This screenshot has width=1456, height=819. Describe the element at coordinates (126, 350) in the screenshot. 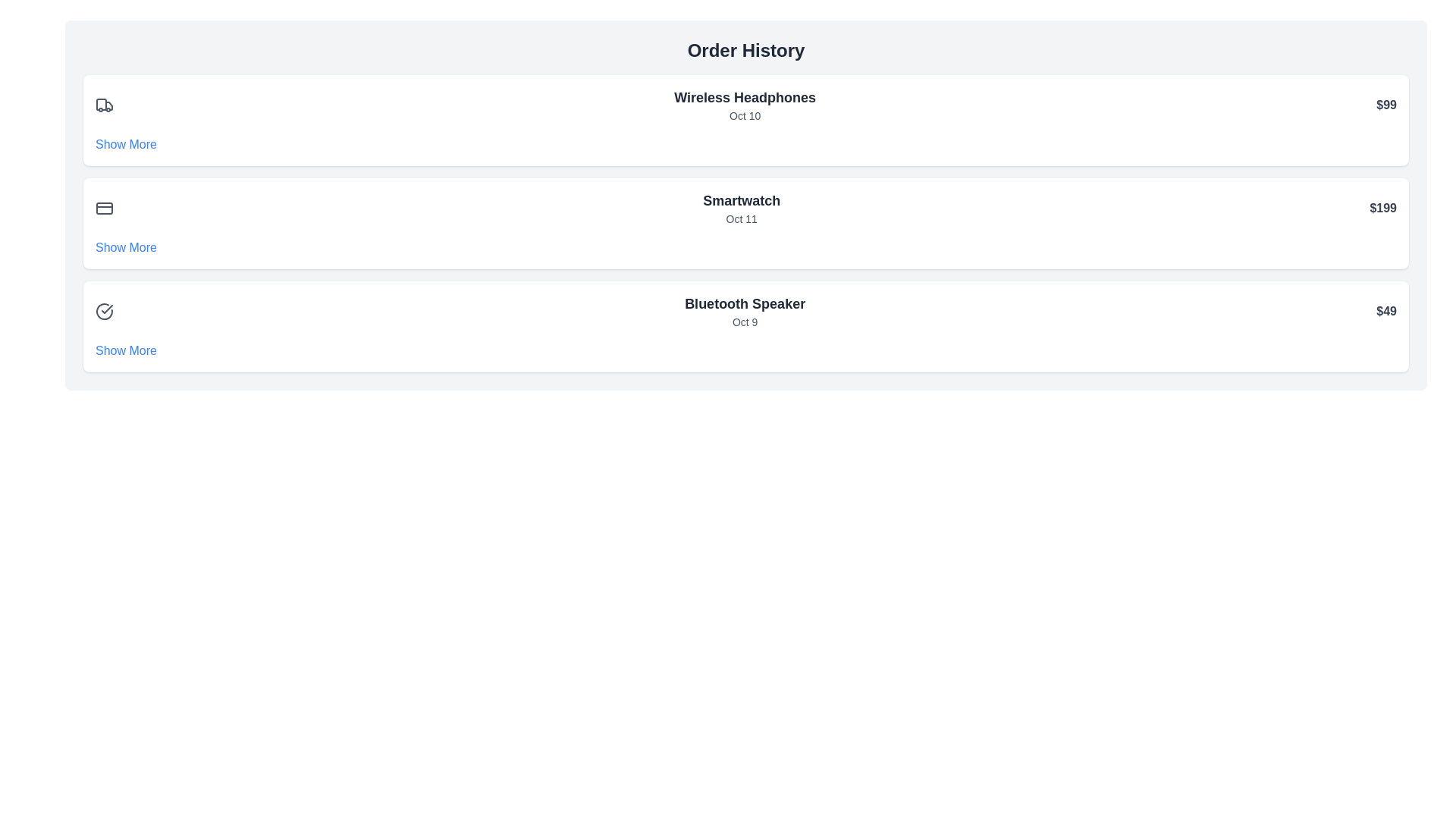

I see `the 'Show More' hyperlink located at the bottom of the product card for the 'Bluetooth Speaker'` at that location.